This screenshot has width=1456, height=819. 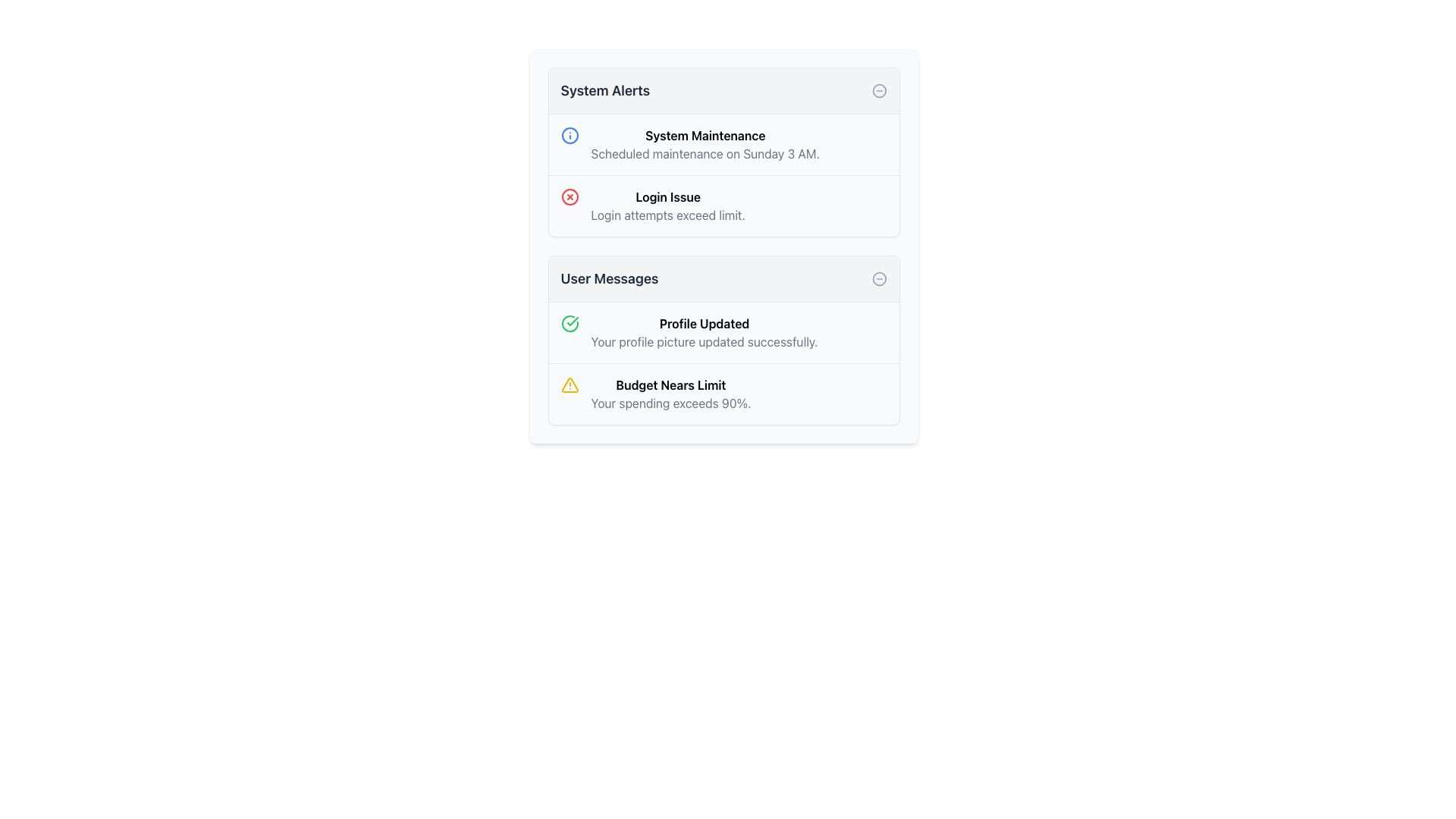 I want to click on the text label that reads 'Your profile picture updated successfully.' which is located in the 'User Messages' section under the heading 'Profile Updated.', so click(x=704, y=342).